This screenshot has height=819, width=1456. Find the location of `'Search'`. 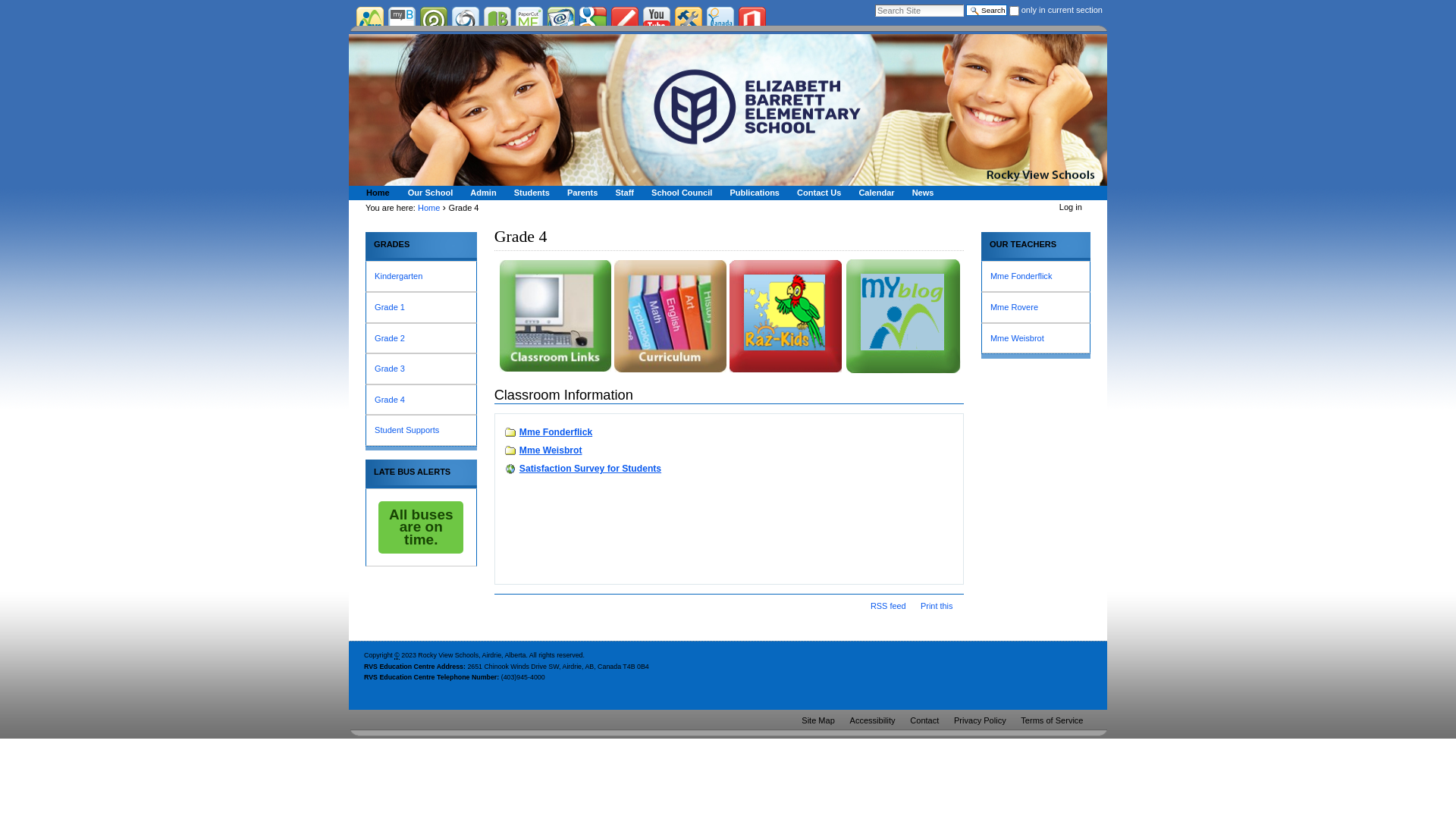

'Search' is located at coordinates (986, 10).